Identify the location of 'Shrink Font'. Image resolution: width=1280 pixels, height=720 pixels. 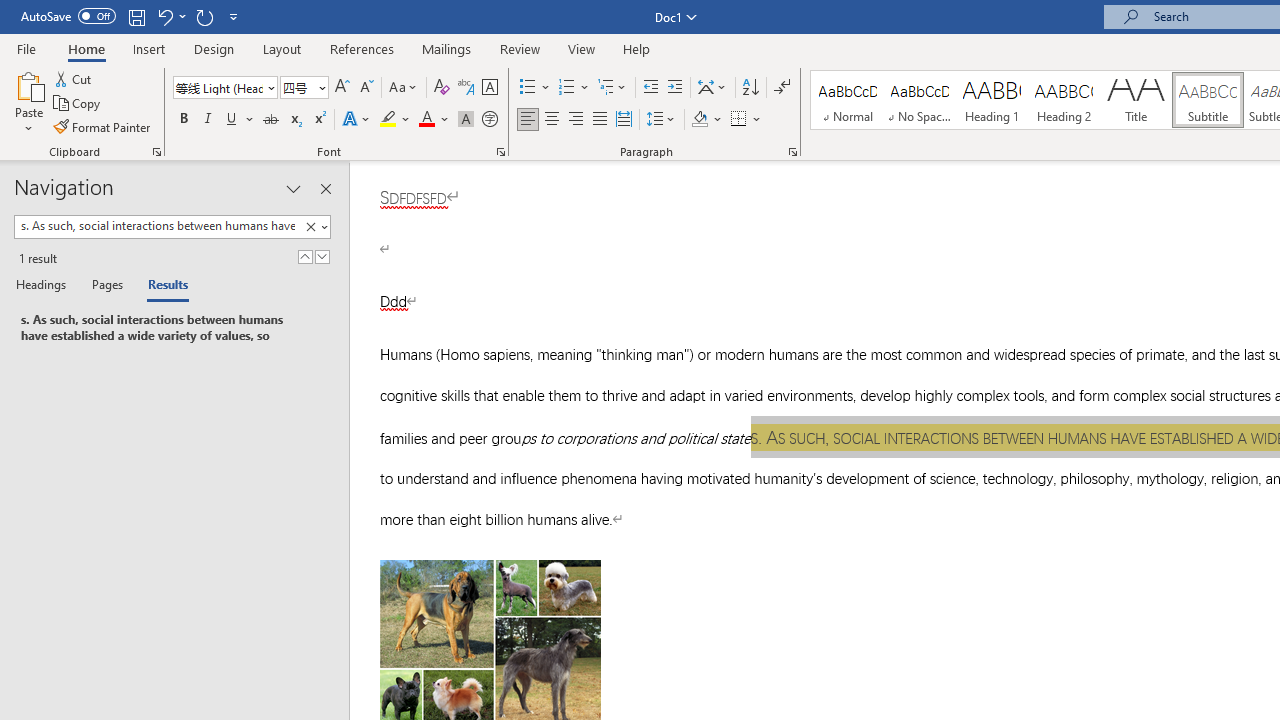
(366, 86).